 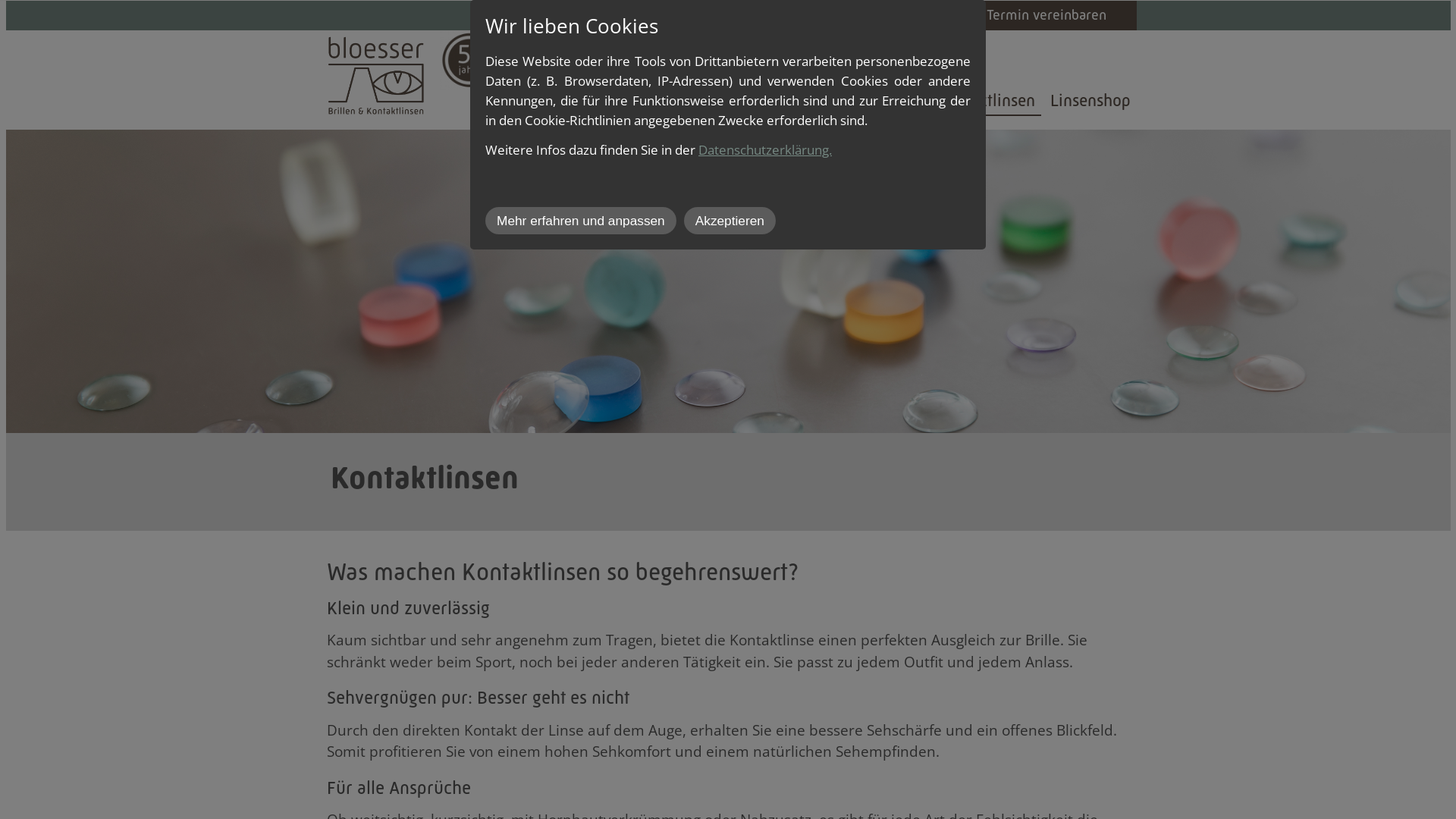 What do you see at coordinates (1046, 14) in the screenshot?
I see `'Termin vereinbaren'` at bounding box center [1046, 14].